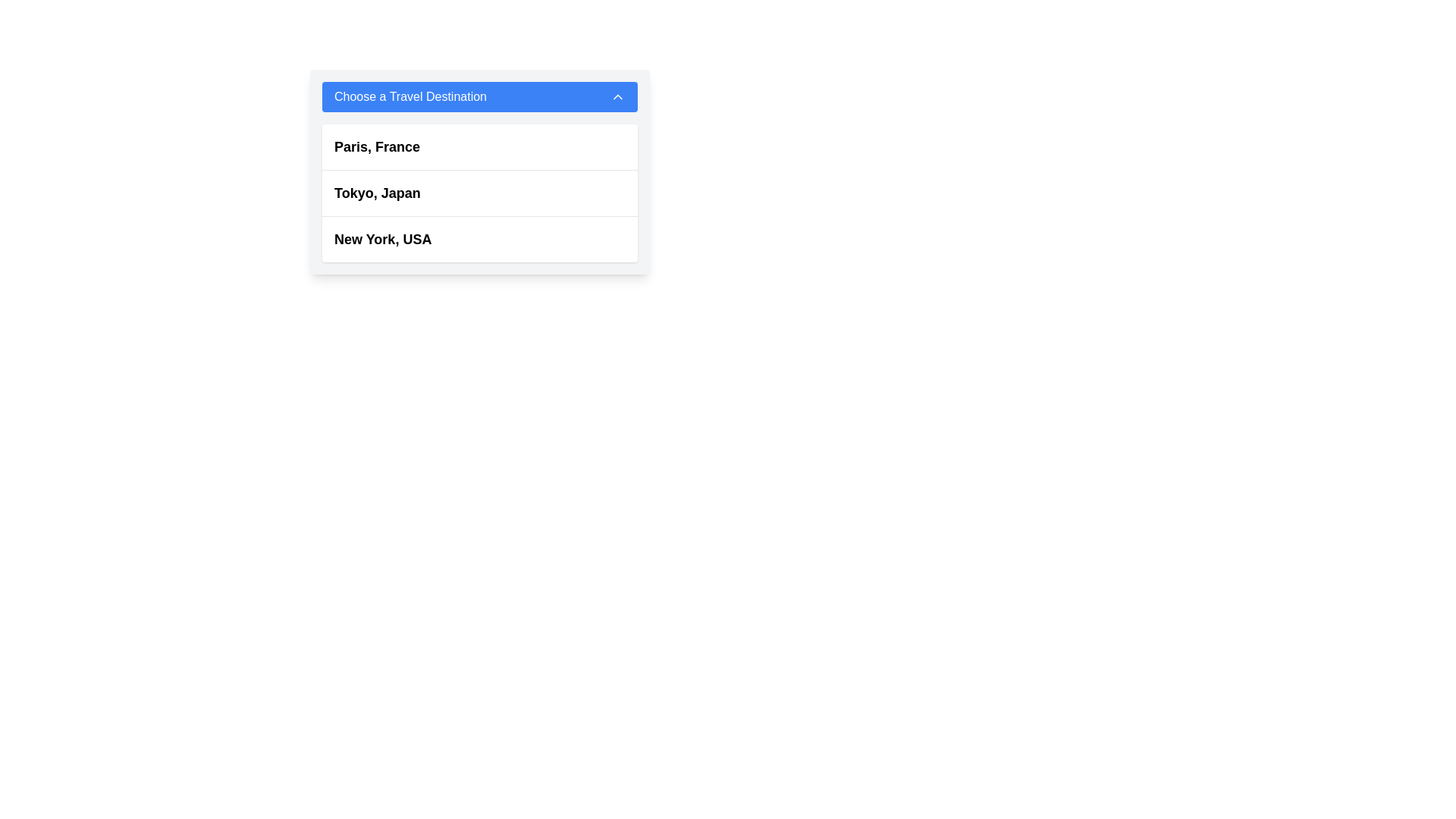 The image size is (1456, 819). Describe the element at coordinates (479, 171) in the screenshot. I see `the dropdown-style selection menu labeled 'Choose a Travel Destination'` at that location.